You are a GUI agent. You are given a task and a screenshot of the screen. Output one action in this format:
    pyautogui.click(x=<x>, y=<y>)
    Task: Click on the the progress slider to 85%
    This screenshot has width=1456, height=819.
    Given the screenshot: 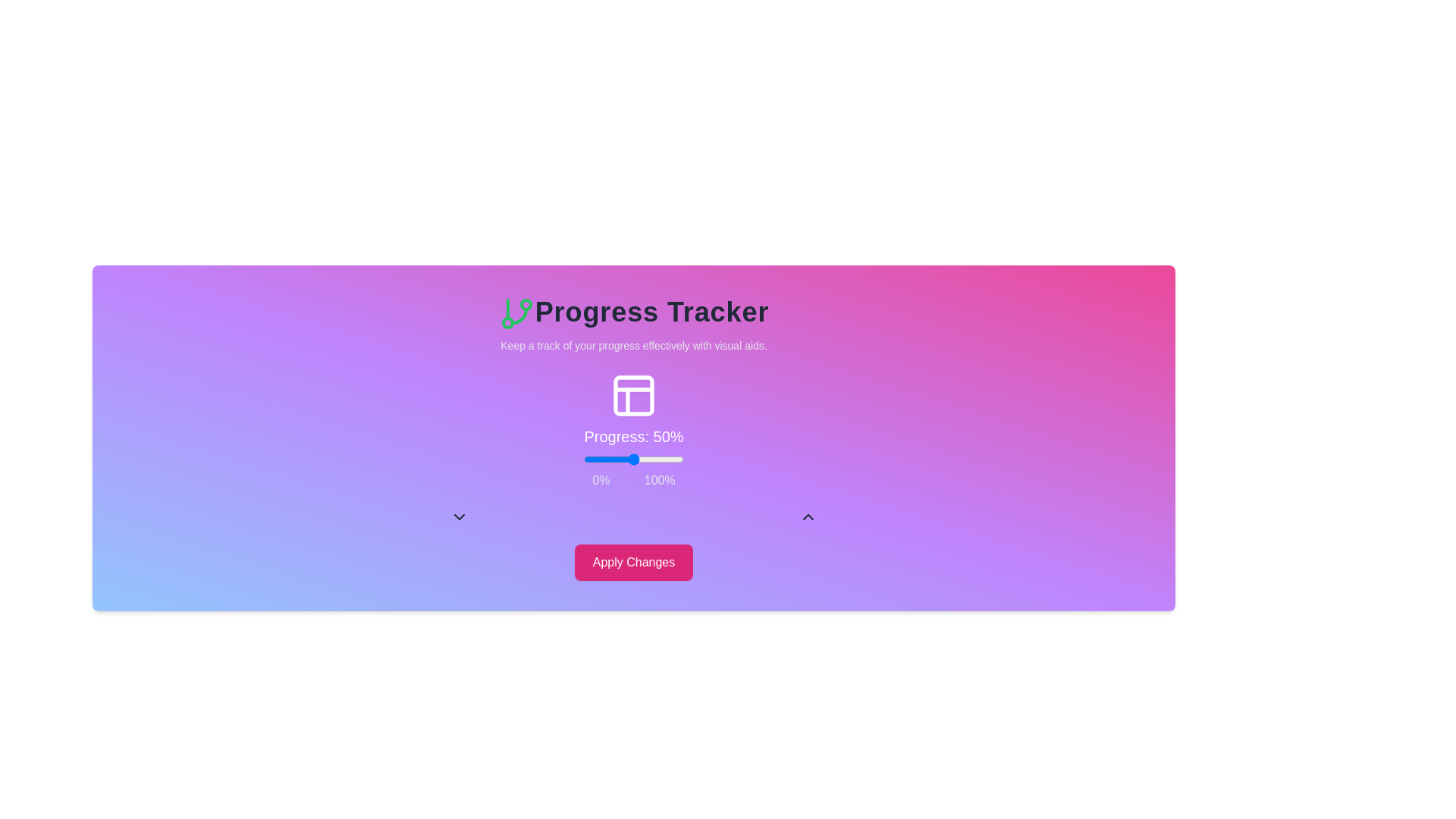 What is the action you would take?
    pyautogui.click(x=667, y=458)
    